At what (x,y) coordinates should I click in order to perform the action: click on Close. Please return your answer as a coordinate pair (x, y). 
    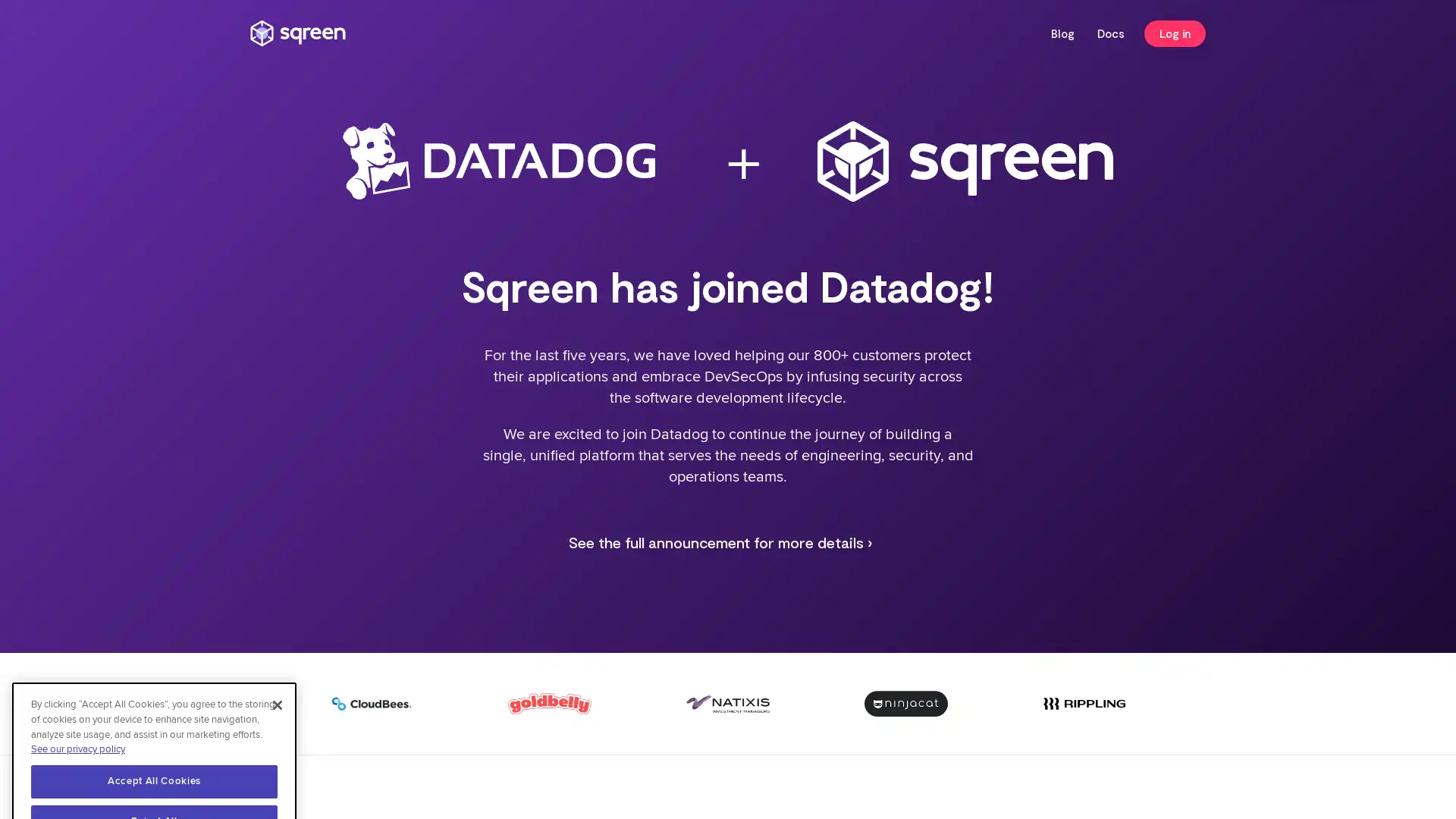
    Looking at the image, I should click on (277, 645).